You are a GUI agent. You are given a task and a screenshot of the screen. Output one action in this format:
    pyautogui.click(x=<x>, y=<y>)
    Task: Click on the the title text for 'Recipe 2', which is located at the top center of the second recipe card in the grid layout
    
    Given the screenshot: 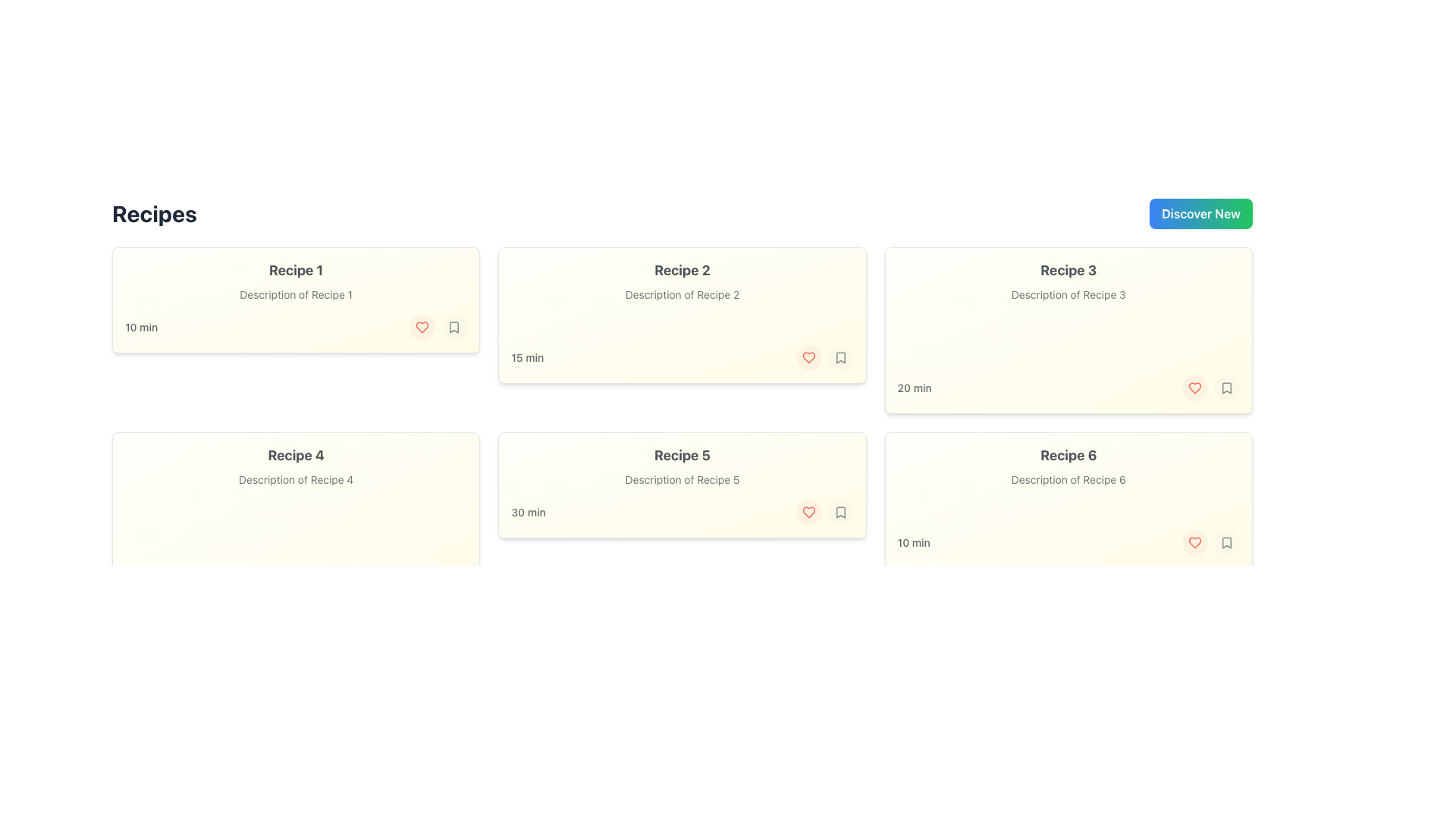 What is the action you would take?
    pyautogui.click(x=681, y=270)
    